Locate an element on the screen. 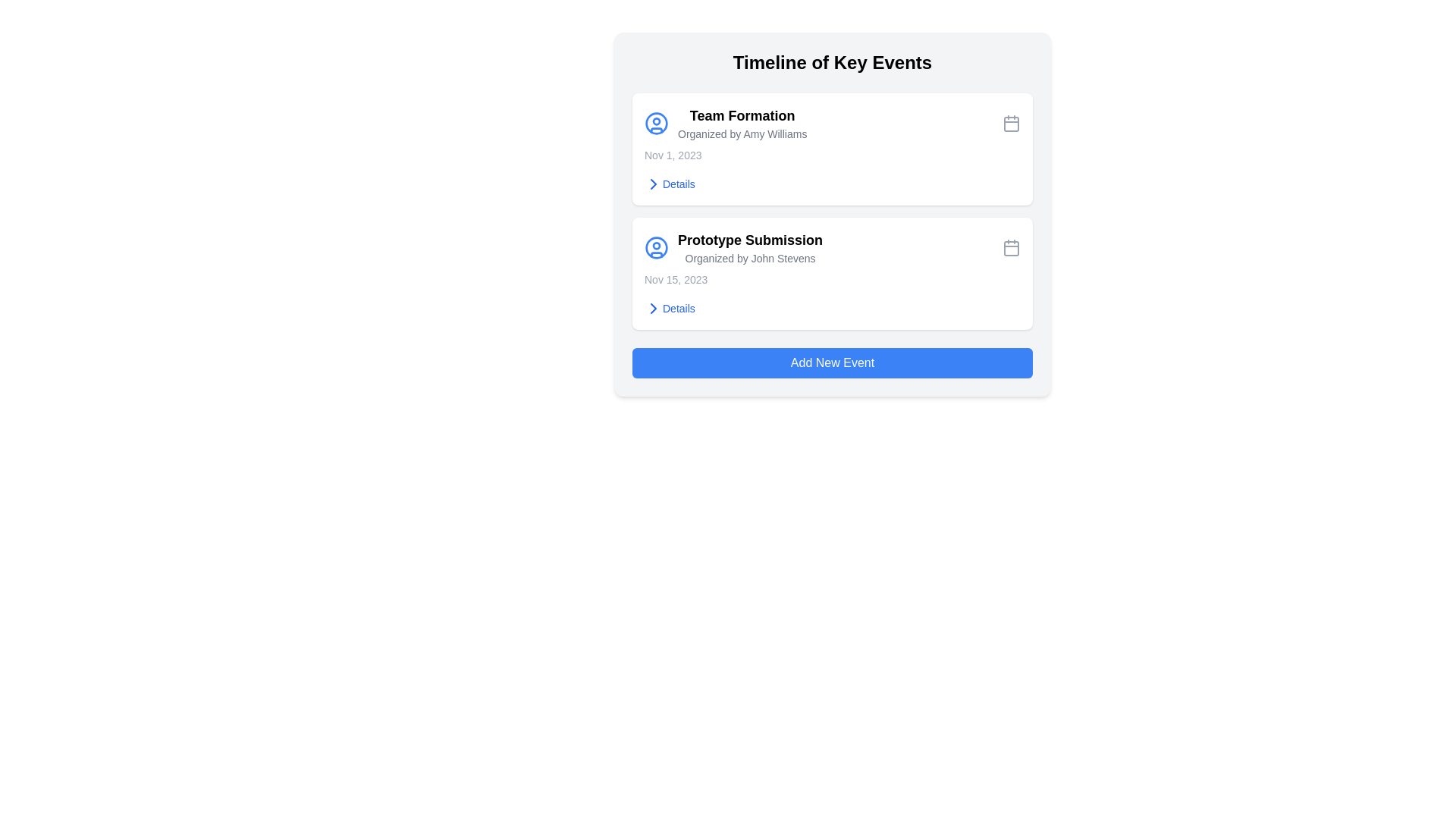 The height and width of the screenshot is (819, 1456). the icon of the 'Team Formation' event in the timeline is located at coordinates (725, 122).